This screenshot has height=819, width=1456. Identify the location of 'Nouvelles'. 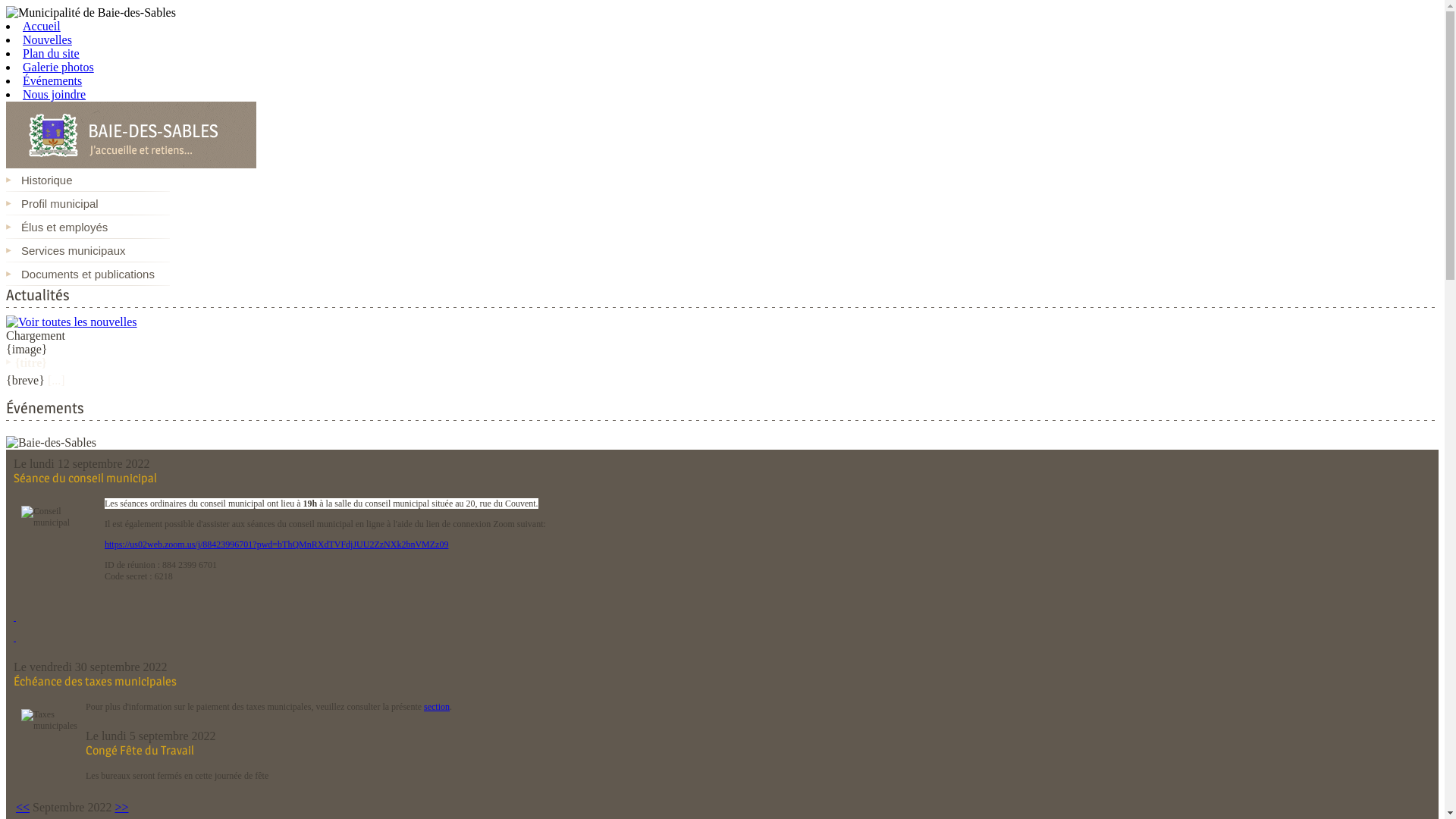
(22, 39).